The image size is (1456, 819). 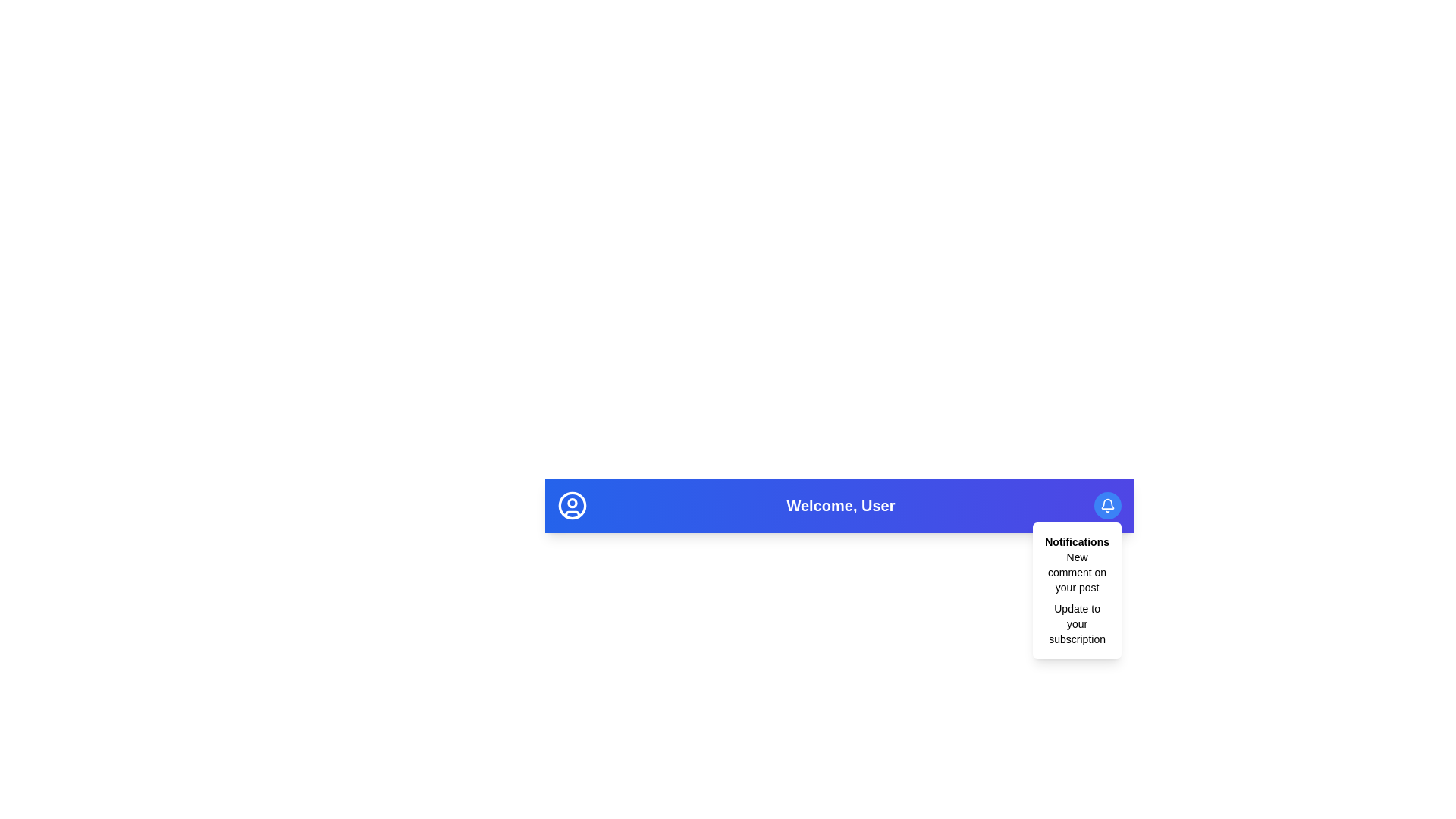 I want to click on the multi-line text label displaying 'New comment on your post' located within the dropdown menu under the bell icon in the top right corner of the interface, so click(x=1076, y=573).